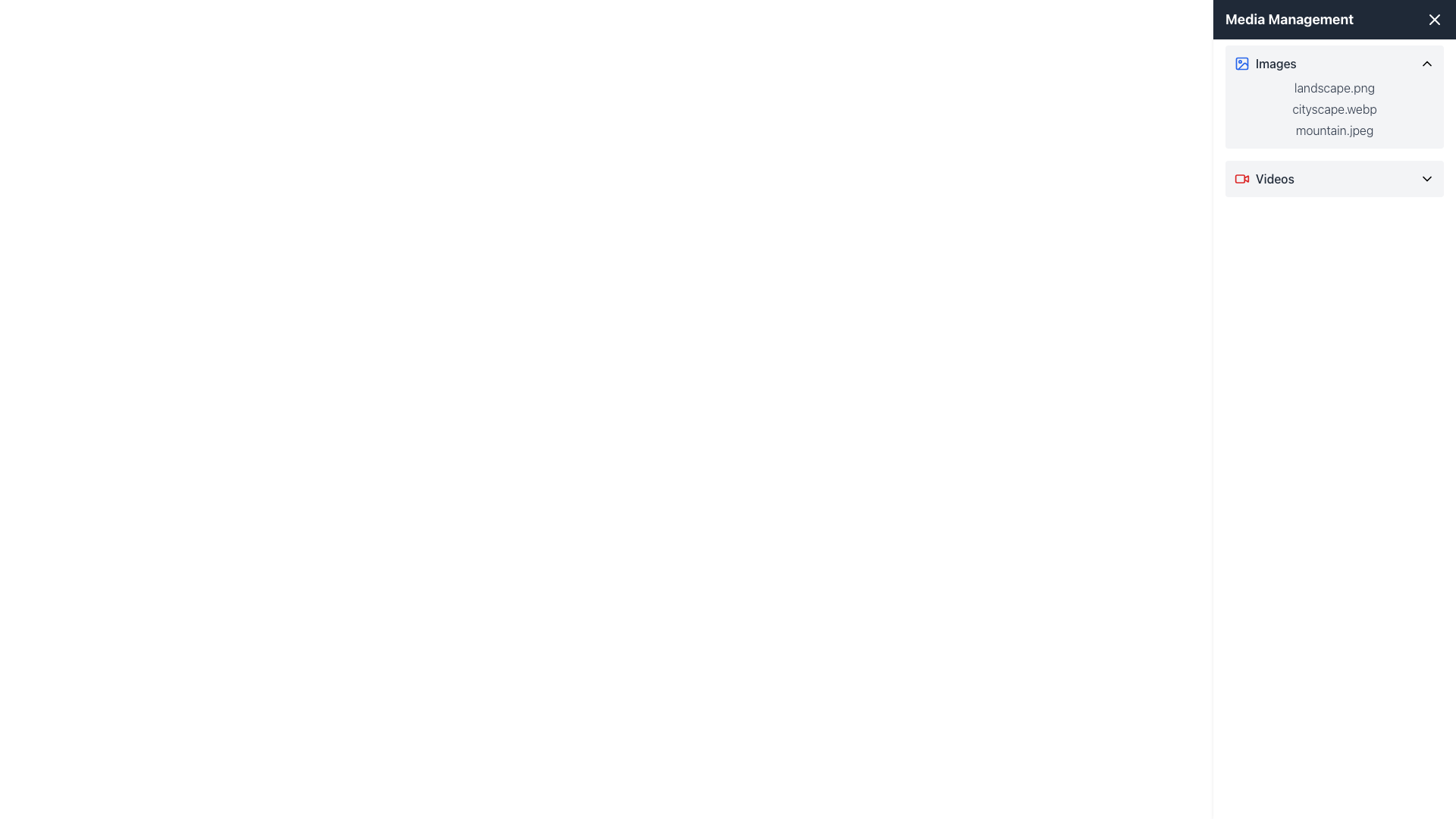 The height and width of the screenshot is (819, 1456). What do you see at coordinates (1426, 63) in the screenshot?
I see `the Chevron icon located to the right of the 'Images' label in the 'Media Management' side panel to receive UI feedback` at bounding box center [1426, 63].